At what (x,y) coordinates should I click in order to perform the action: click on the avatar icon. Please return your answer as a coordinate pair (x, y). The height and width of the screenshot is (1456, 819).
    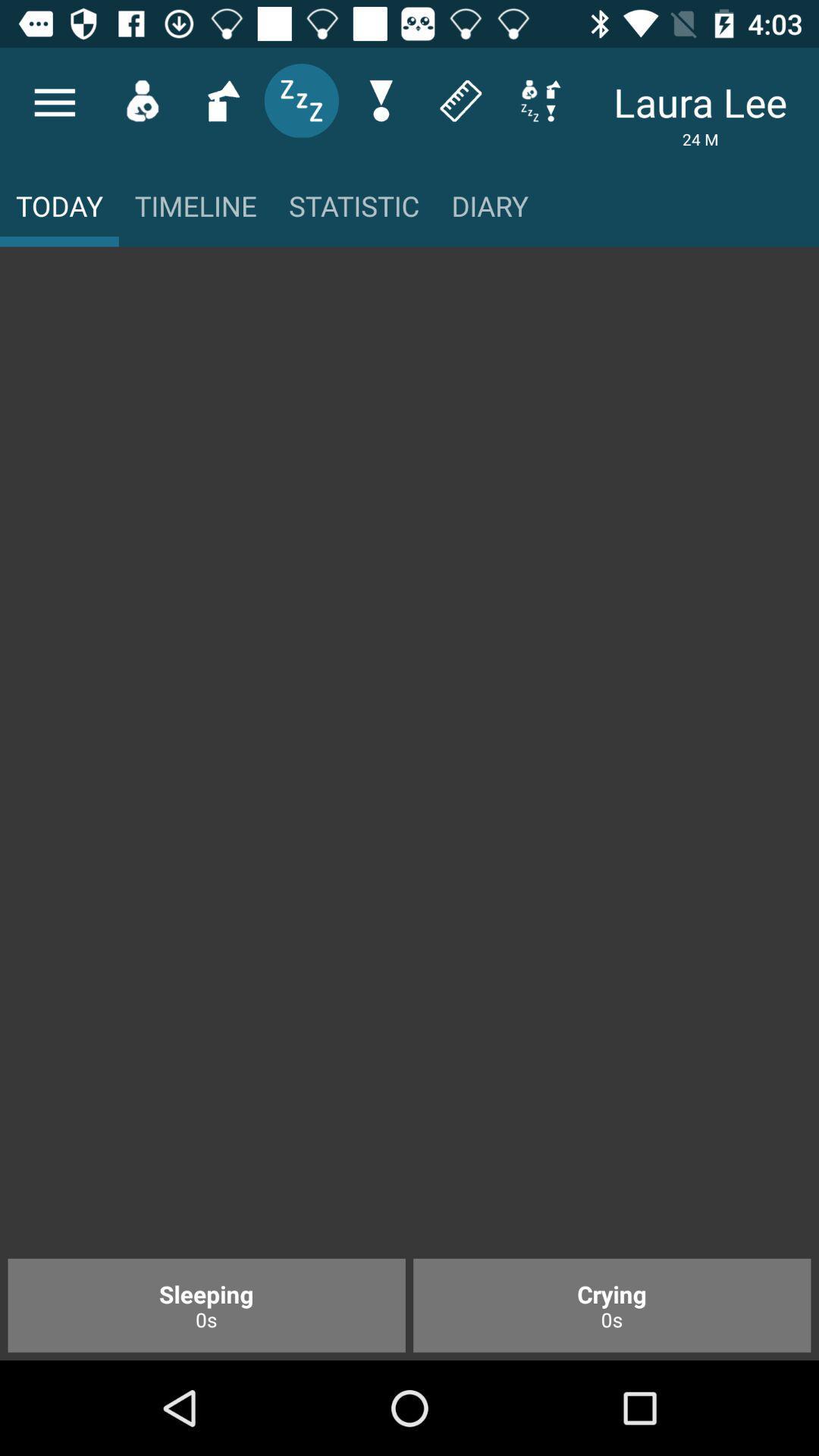
    Looking at the image, I should click on (142, 99).